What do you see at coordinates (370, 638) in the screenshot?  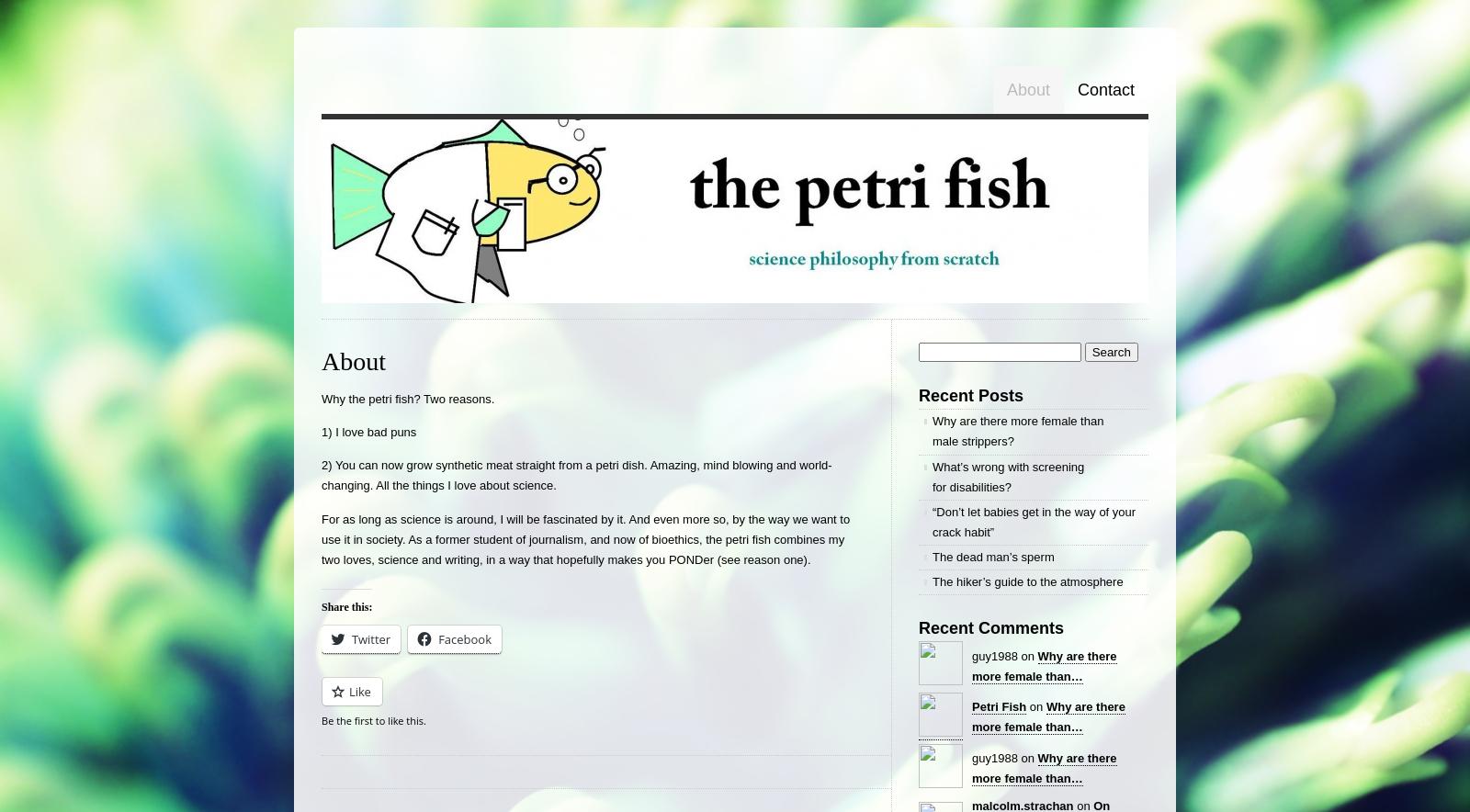 I see `'Twitter'` at bounding box center [370, 638].